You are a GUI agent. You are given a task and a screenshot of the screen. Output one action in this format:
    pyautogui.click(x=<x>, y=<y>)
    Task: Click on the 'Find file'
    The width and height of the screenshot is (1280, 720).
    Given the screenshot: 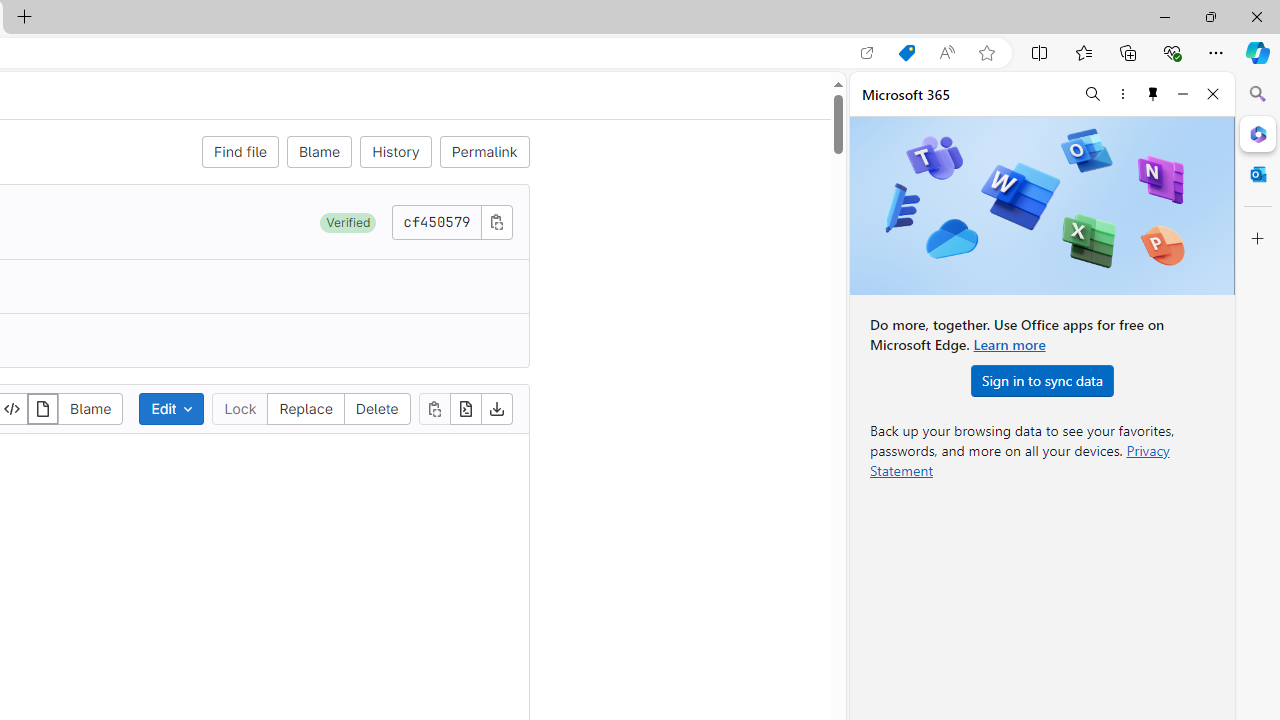 What is the action you would take?
    pyautogui.click(x=240, y=150)
    